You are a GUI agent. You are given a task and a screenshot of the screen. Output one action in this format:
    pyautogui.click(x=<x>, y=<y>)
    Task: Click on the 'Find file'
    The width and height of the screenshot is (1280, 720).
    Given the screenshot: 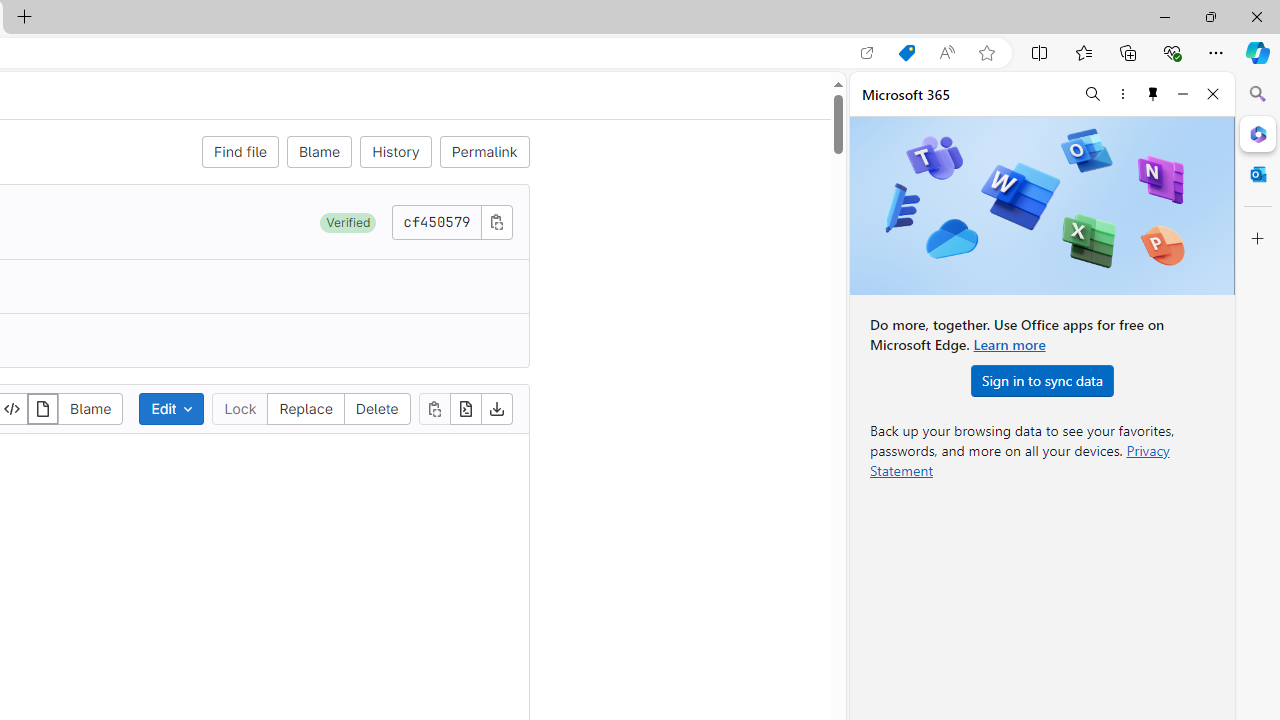 What is the action you would take?
    pyautogui.click(x=240, y=150)
    